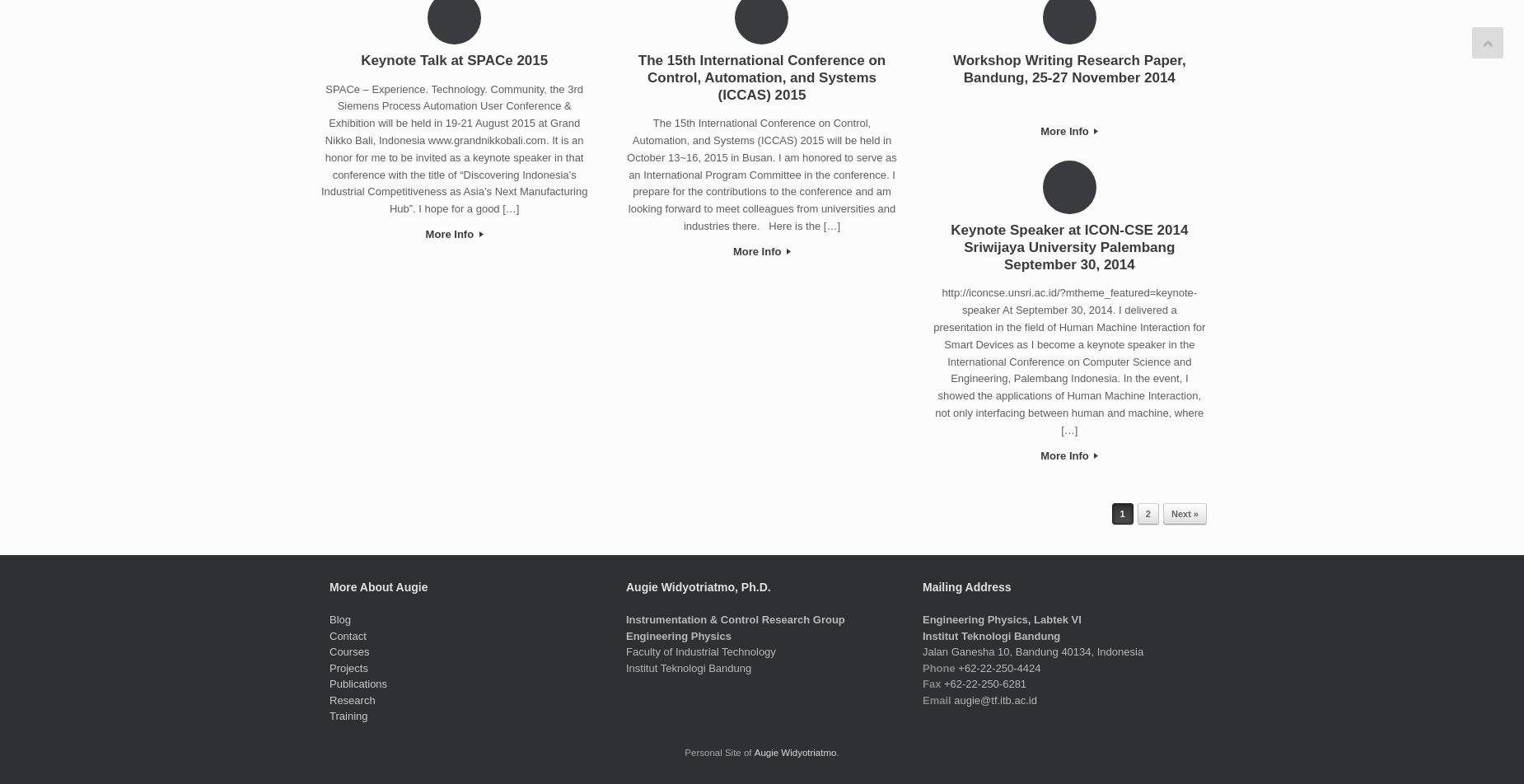  What do you see at coordinates (454, 60) in the screenshot?
I see `'Keynote Talk at SPACe 2015'` at bounding box center [454, 60].